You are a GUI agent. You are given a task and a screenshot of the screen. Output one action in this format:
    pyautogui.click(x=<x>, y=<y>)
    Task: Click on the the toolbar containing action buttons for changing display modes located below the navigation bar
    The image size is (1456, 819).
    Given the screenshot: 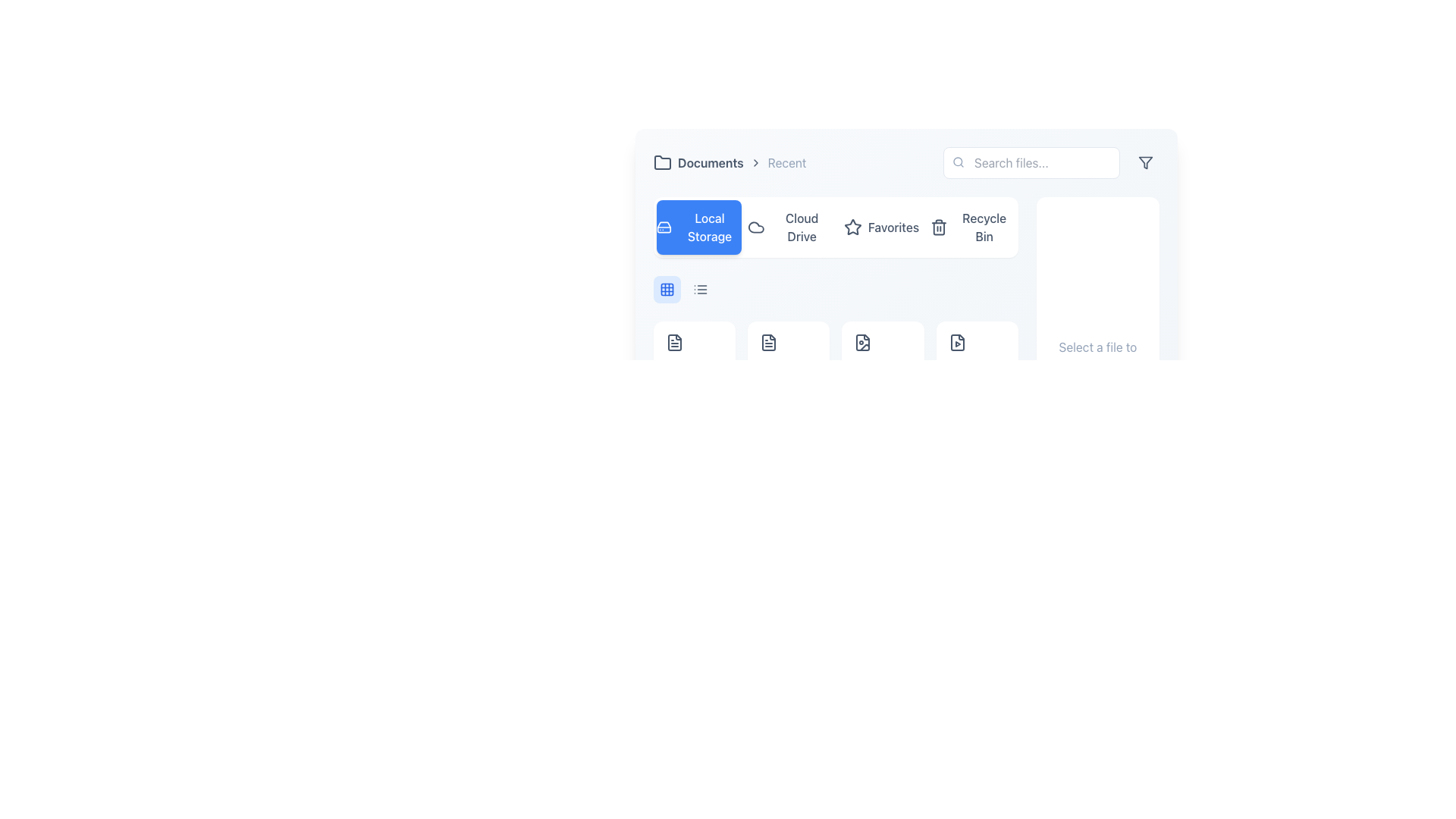 What is the action you would take?
    pyautogui.click(x=835, y=289)
    